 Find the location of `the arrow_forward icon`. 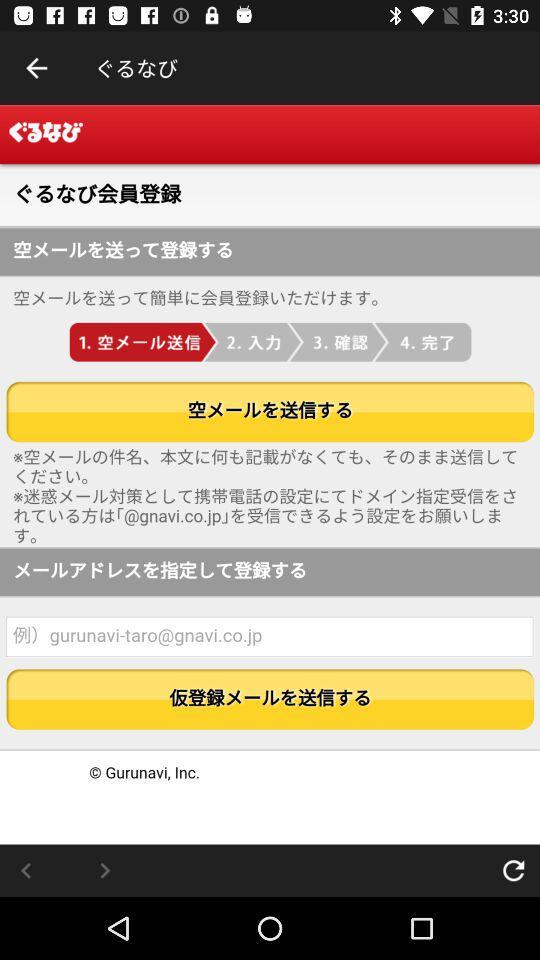

the arrow_forward icon is located at coordinates (104, 869).